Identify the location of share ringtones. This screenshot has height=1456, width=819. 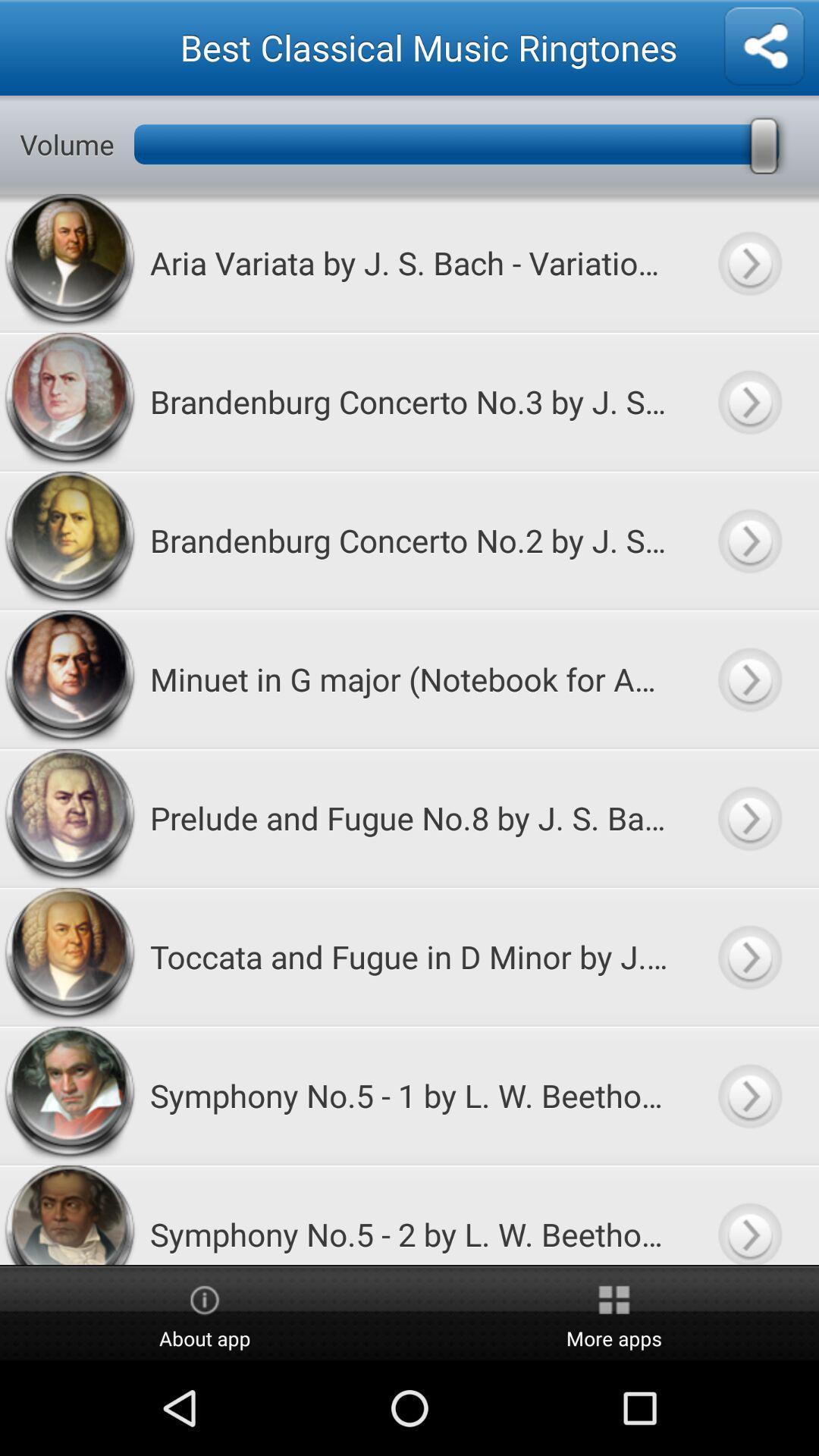
(764, 47).